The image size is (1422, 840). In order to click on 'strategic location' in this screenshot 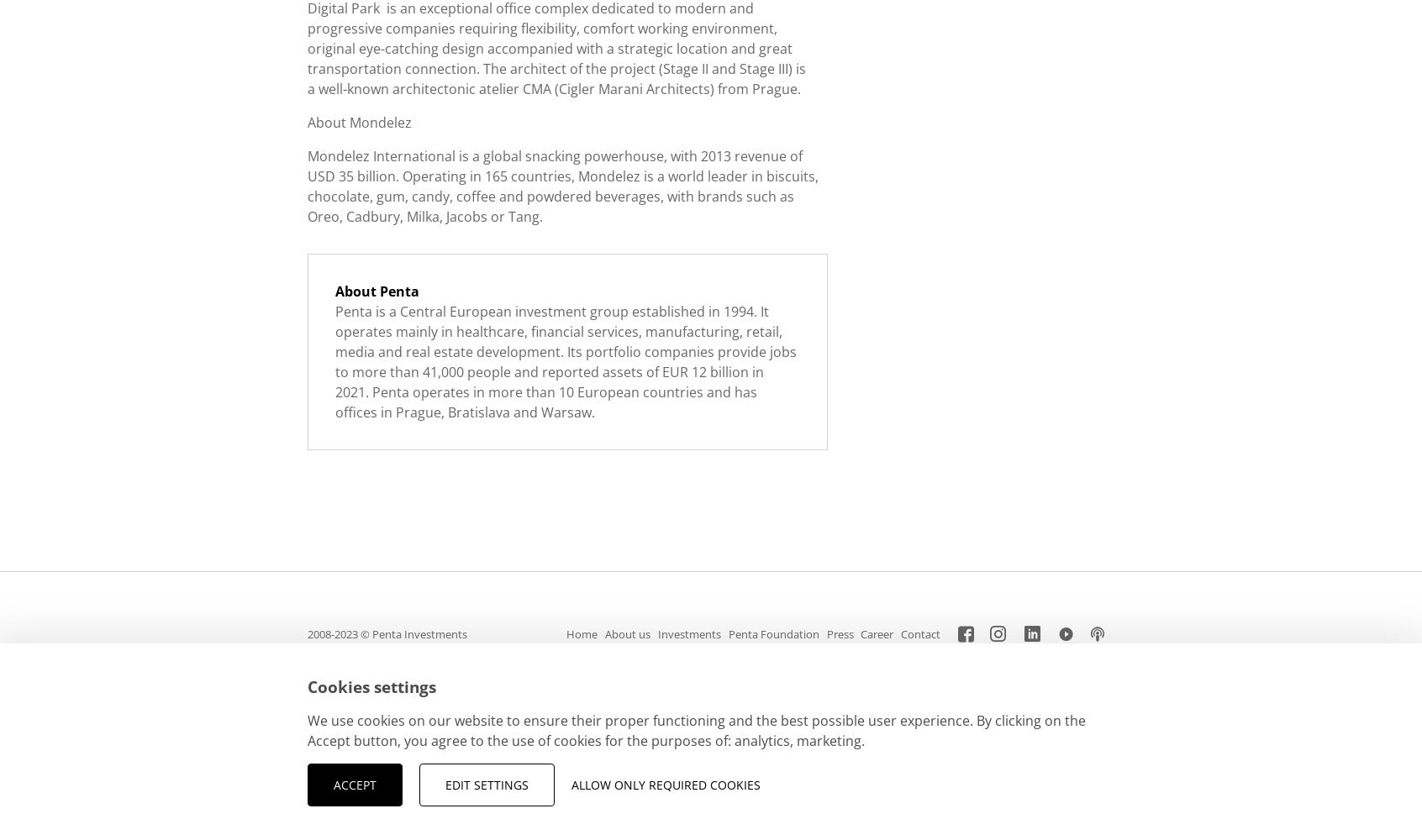, I will do `click(672, 49)`.